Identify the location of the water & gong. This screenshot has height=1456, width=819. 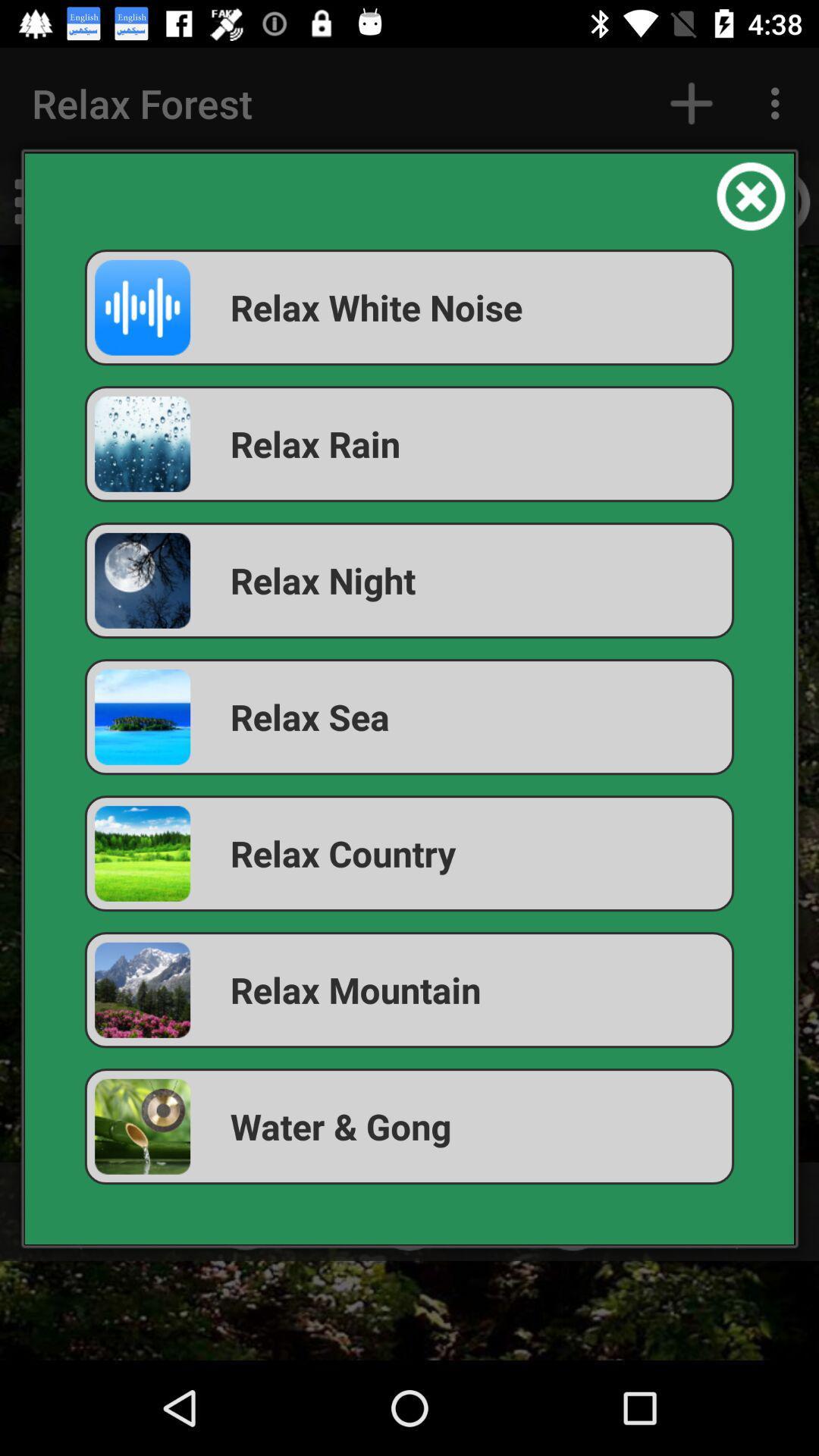
(409, 1126).